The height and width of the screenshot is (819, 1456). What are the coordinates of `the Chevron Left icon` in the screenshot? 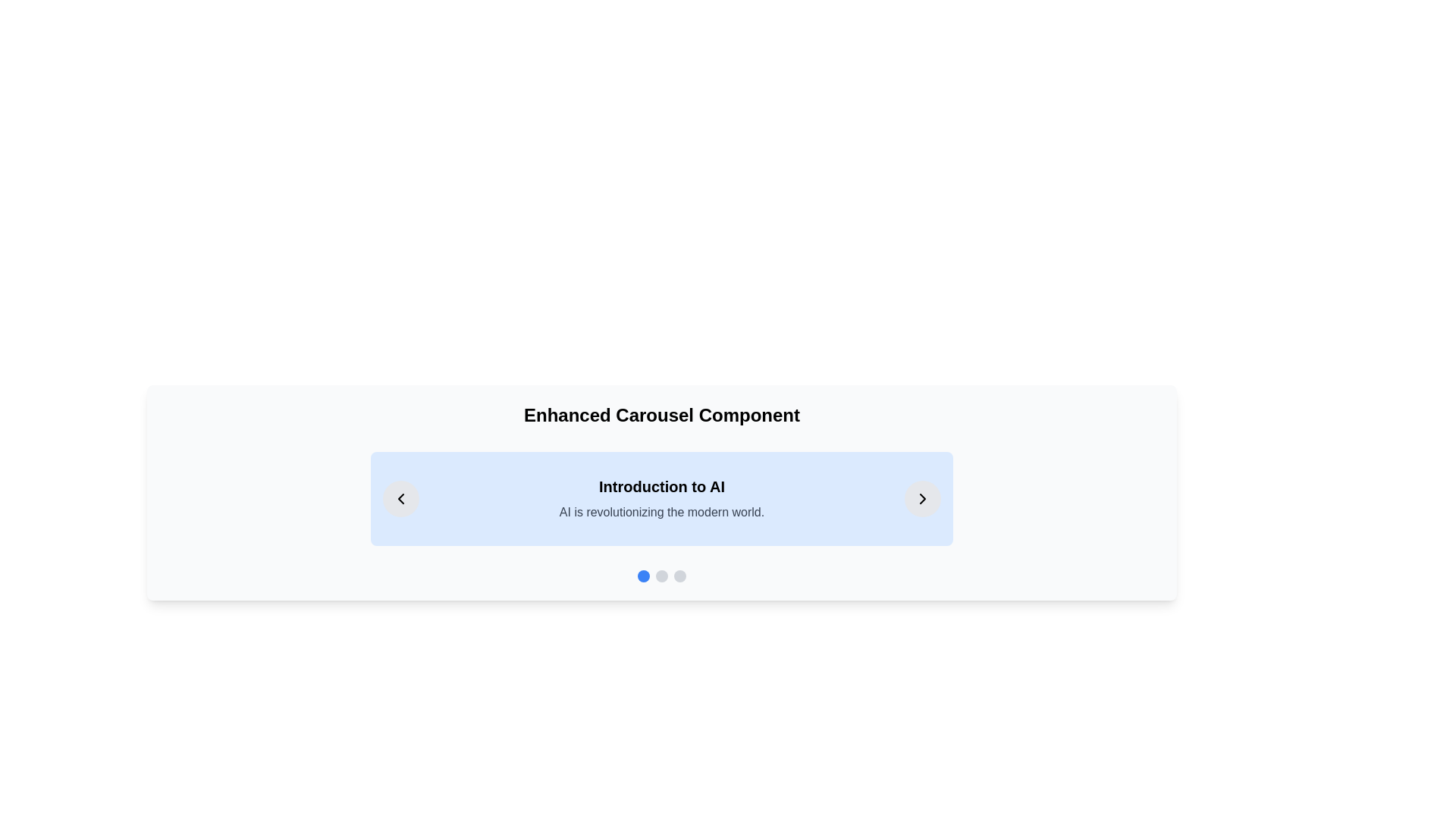 It's located at (400, 499).